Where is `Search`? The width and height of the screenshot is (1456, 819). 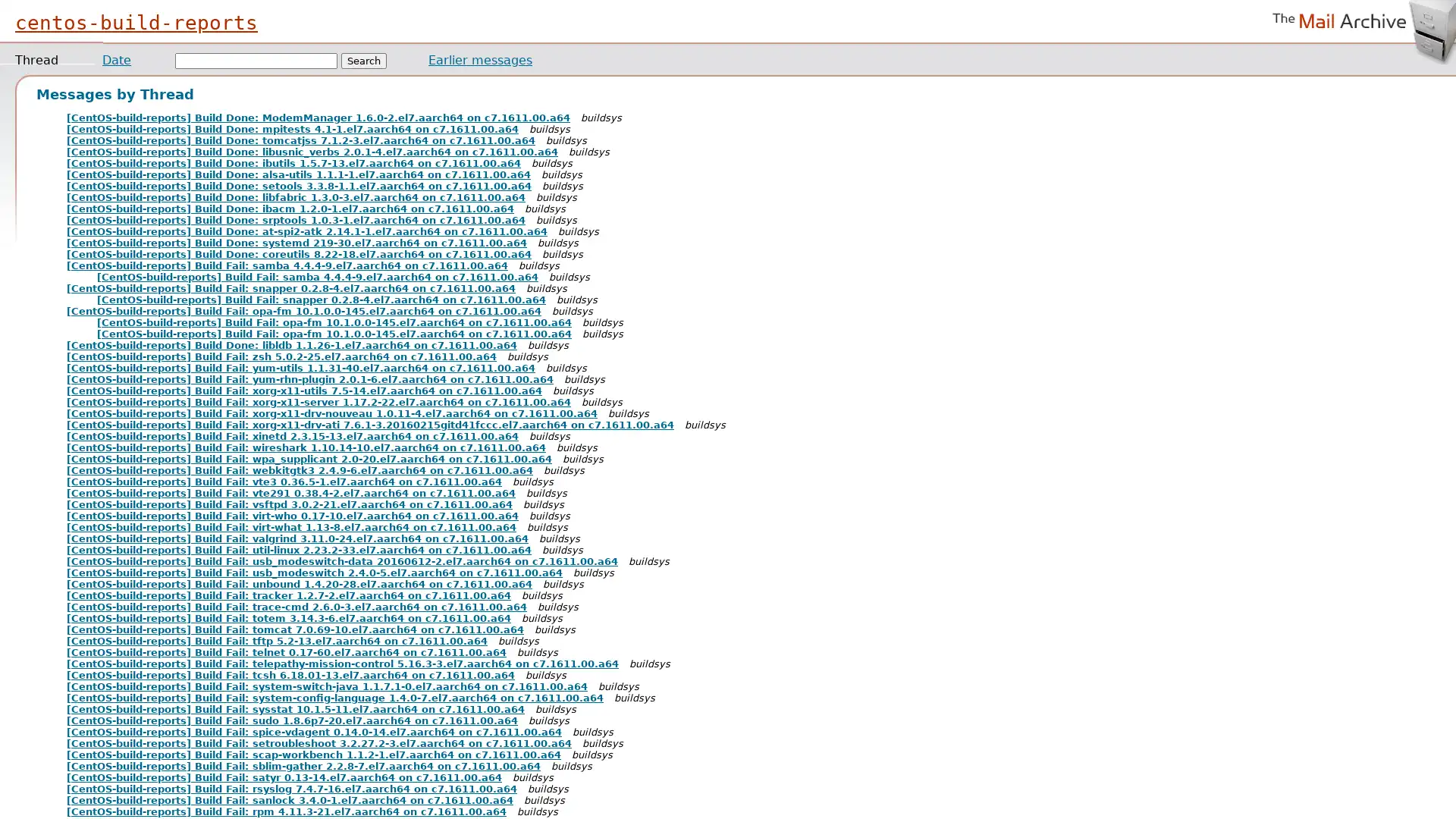 Search is located at coordinates (364, 60).